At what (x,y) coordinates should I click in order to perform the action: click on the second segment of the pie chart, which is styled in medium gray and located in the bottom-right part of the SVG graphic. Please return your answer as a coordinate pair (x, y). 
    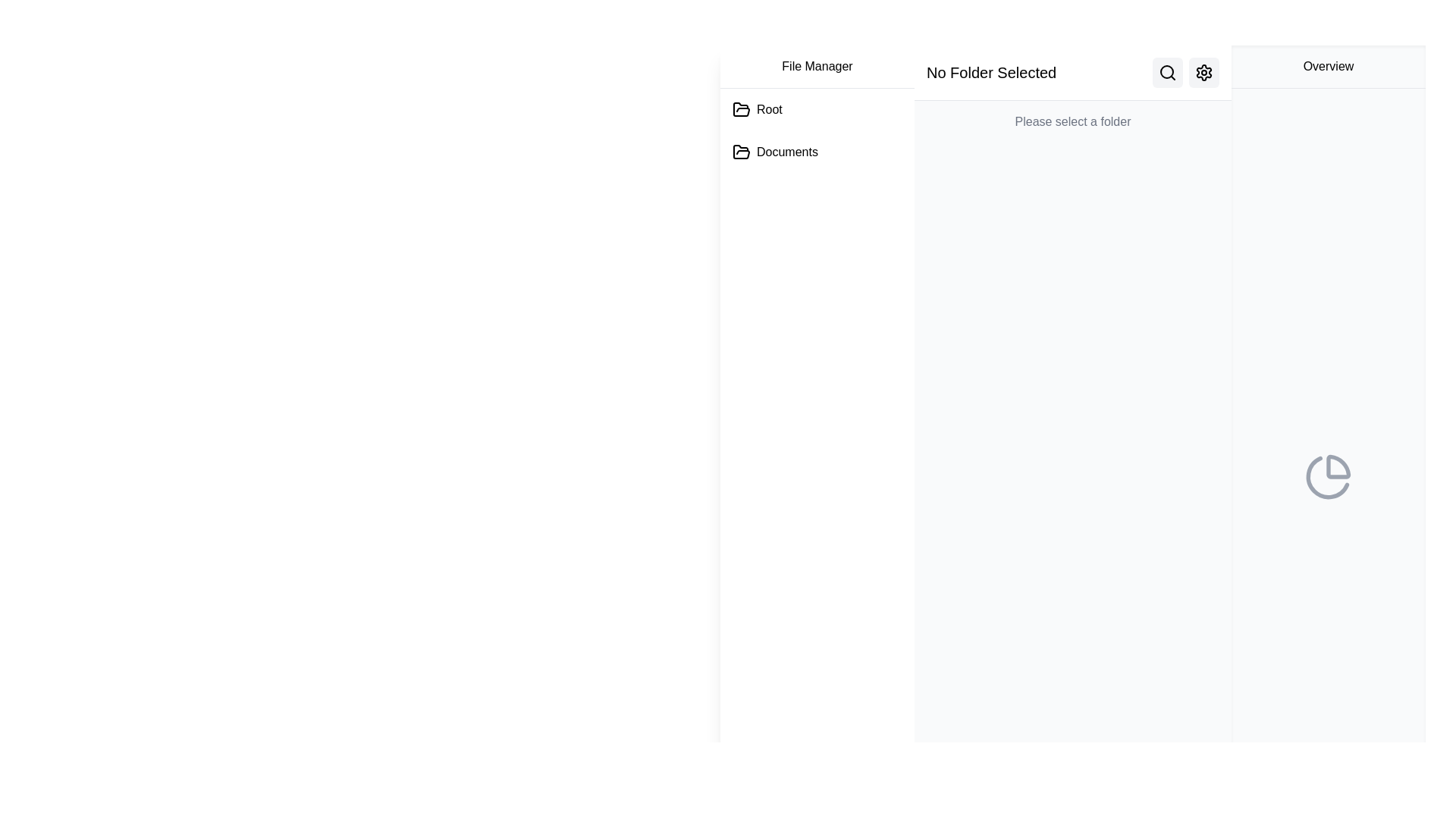
    Looking at the image, I should click on (1327, 476).